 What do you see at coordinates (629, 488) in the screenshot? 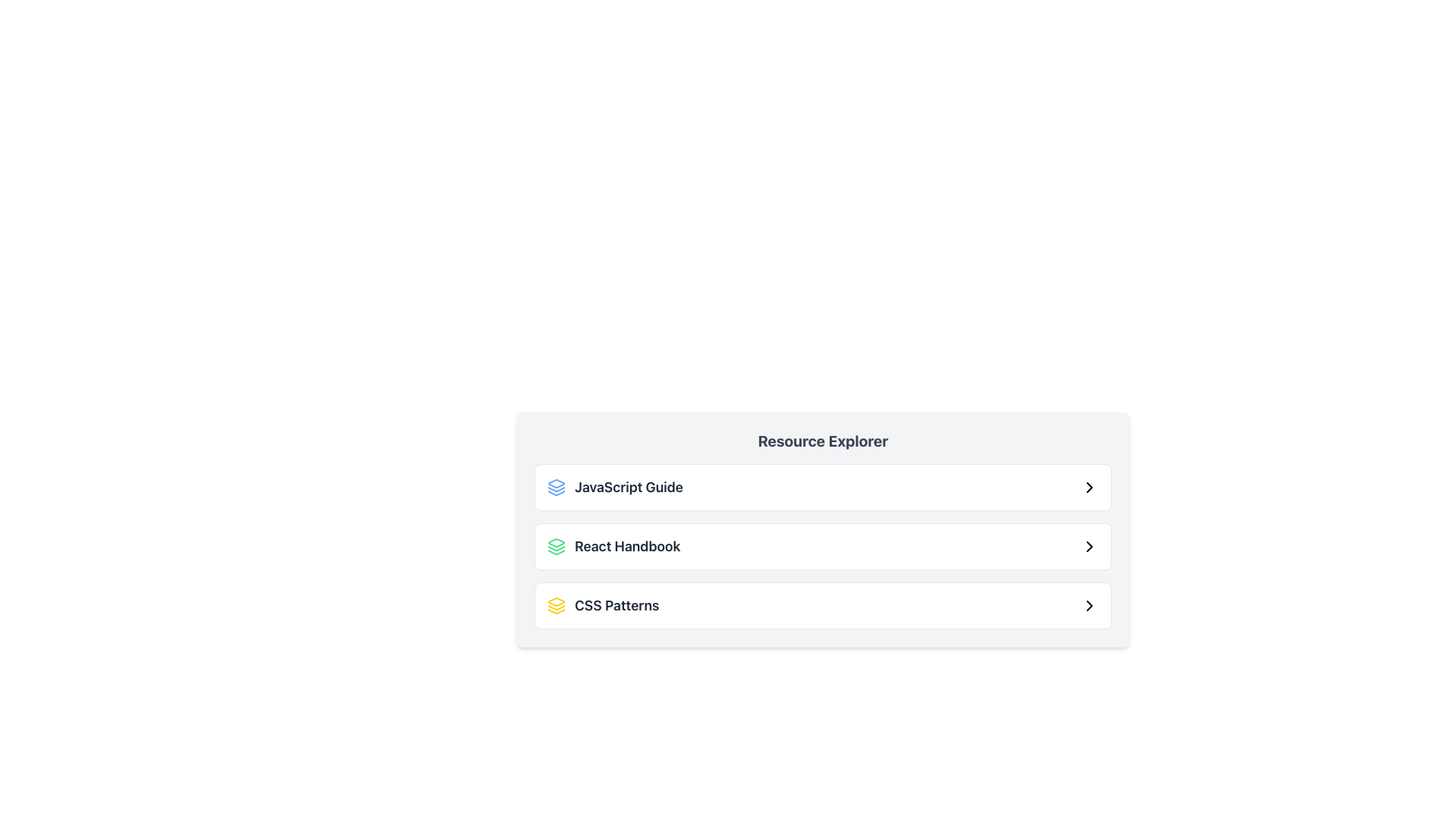
I see `the text label that serves as a navigation option related to the JavaScript guide` at bounding box center [629, 488].